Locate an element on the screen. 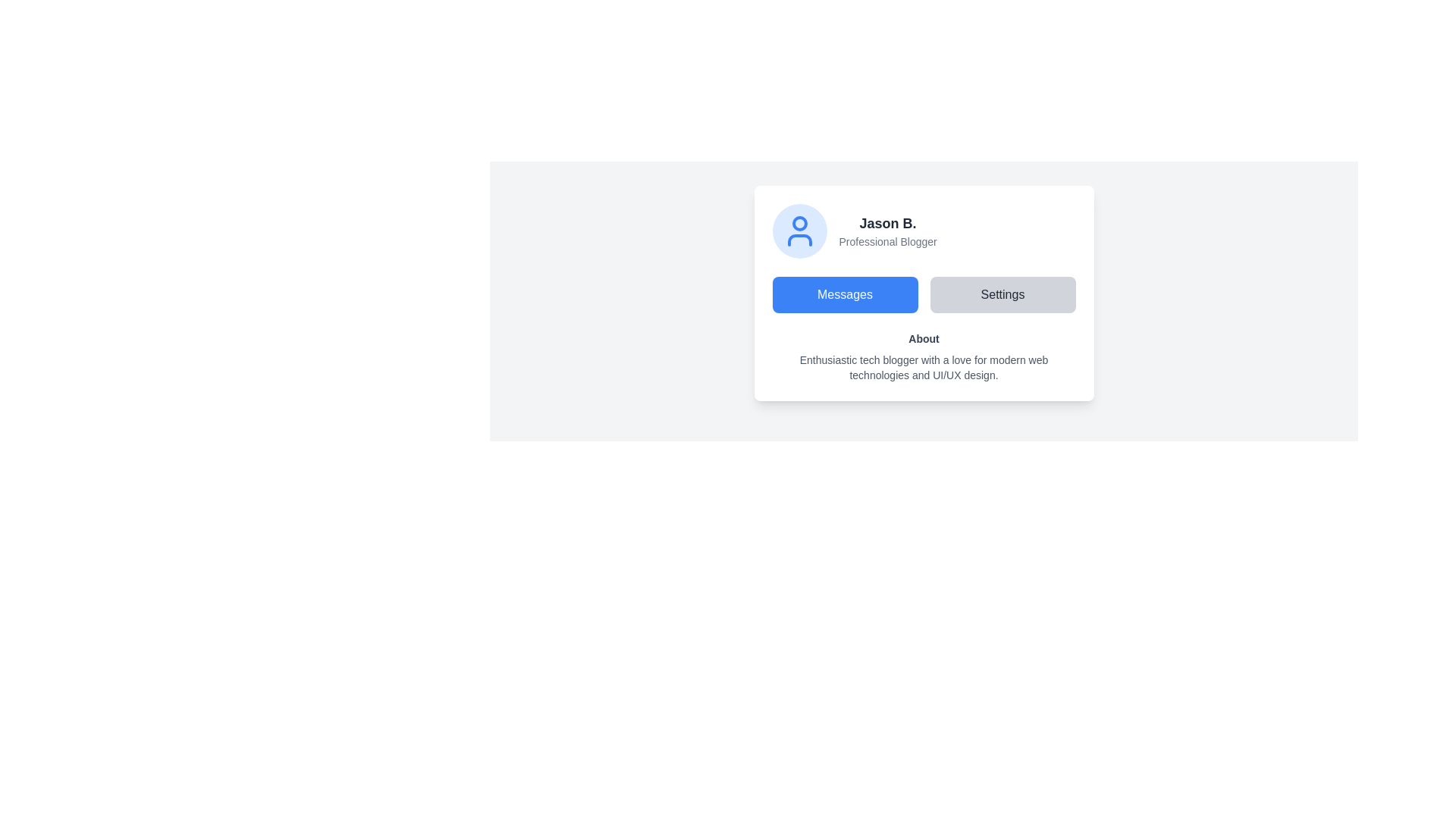 This screenshot has width=1456, height=819. the text label displaying 'Professional Blogger', which is centrally aligned below the 'Jason B.' label in a light-themed profile card is located at coordinates (888, 241).